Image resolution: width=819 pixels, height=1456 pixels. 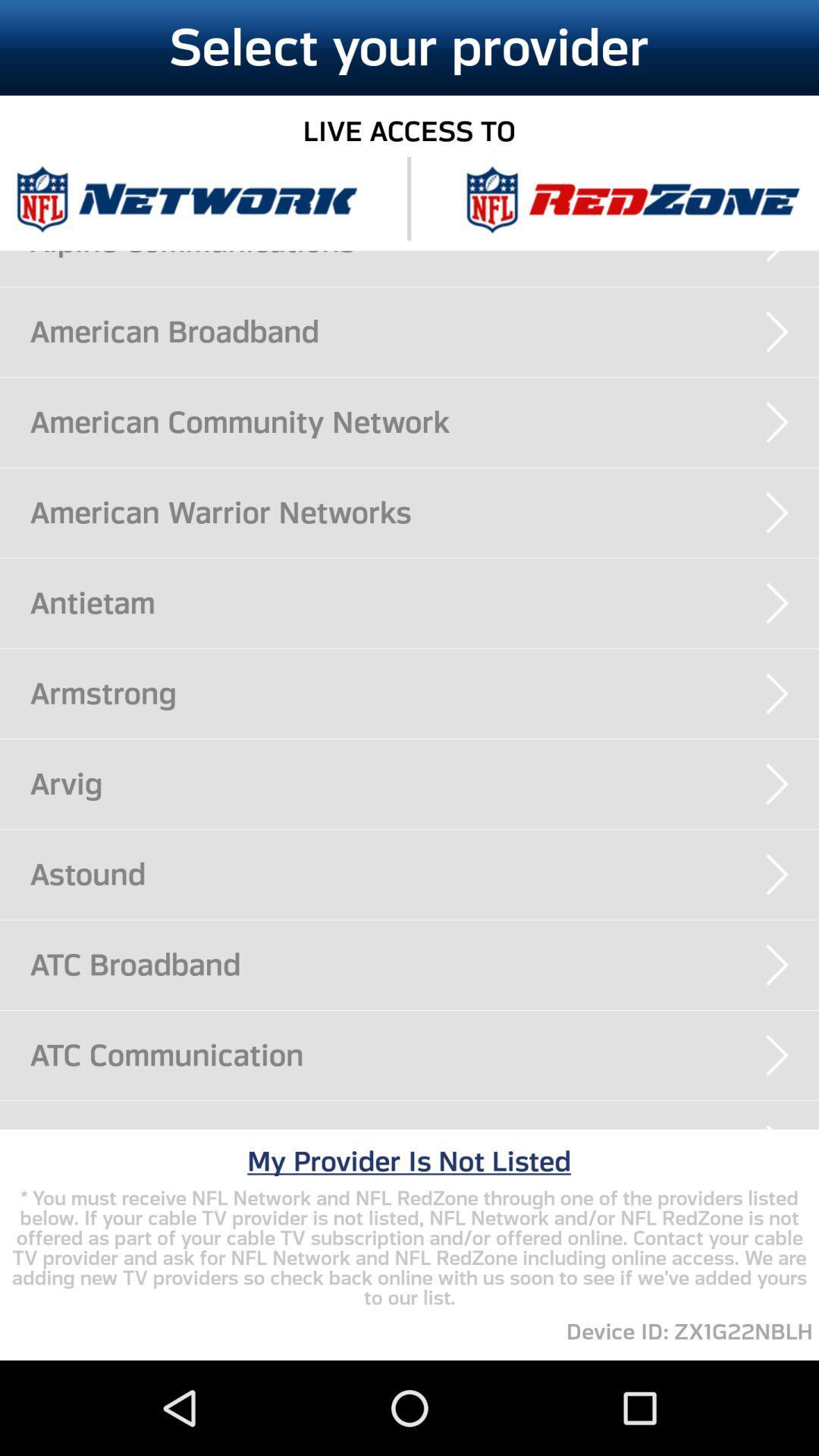 I want to click on the symbol which is right to network, so click(x=632, y=198).